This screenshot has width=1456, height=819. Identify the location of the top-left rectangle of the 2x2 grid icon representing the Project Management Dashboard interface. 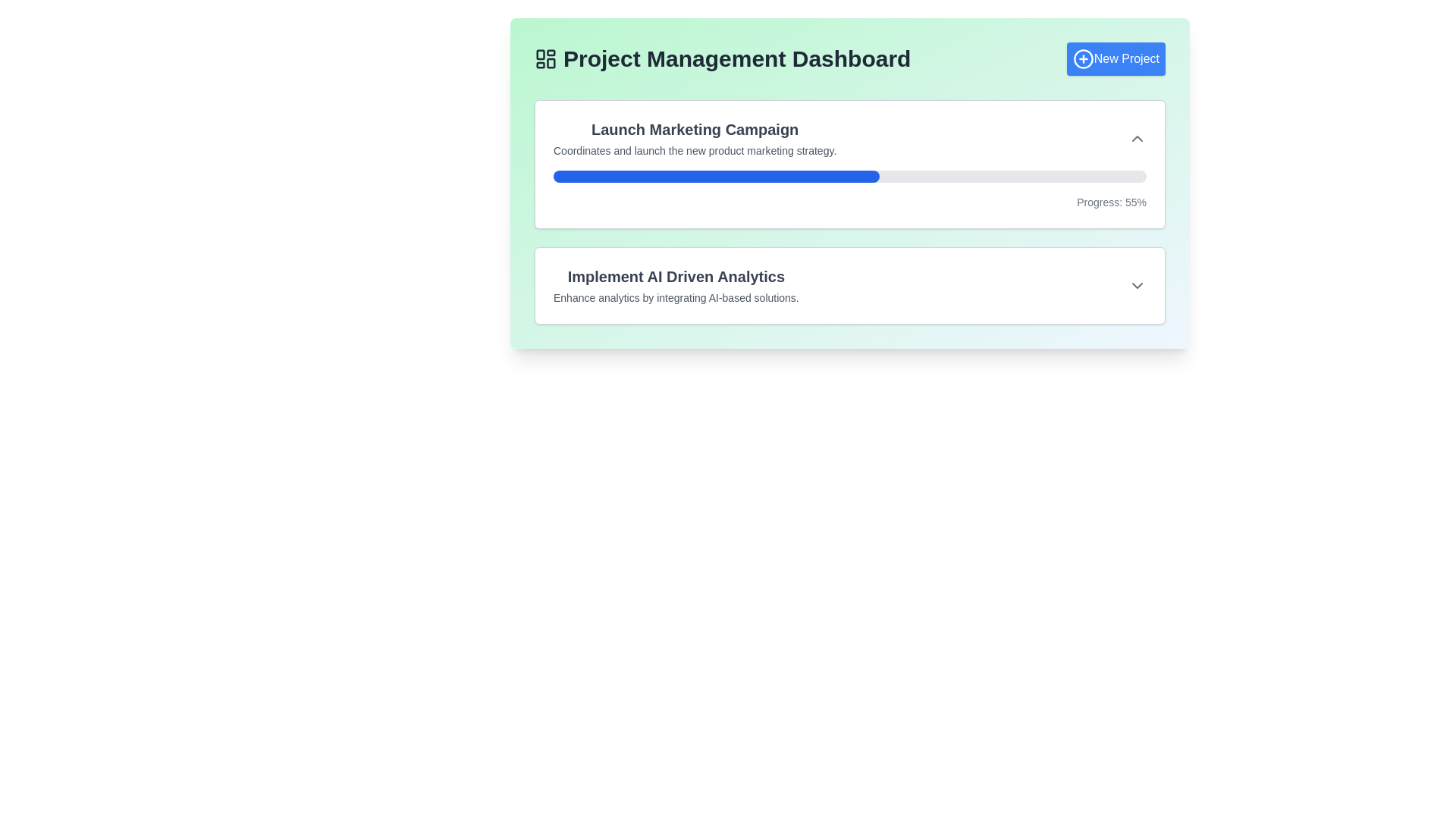
(541, 54).